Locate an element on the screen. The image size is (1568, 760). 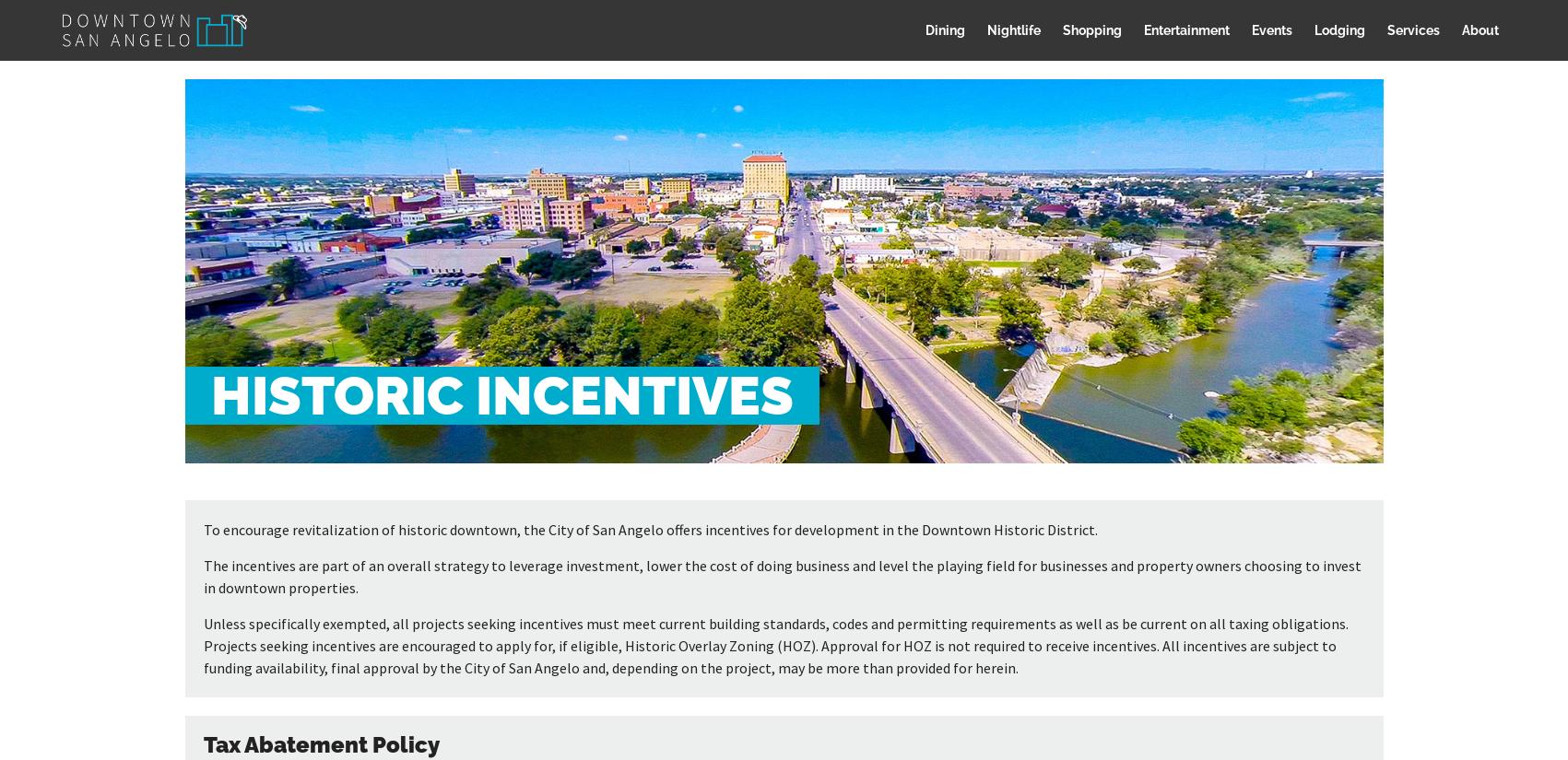
'Events' is located at coordinates (1270, 29).